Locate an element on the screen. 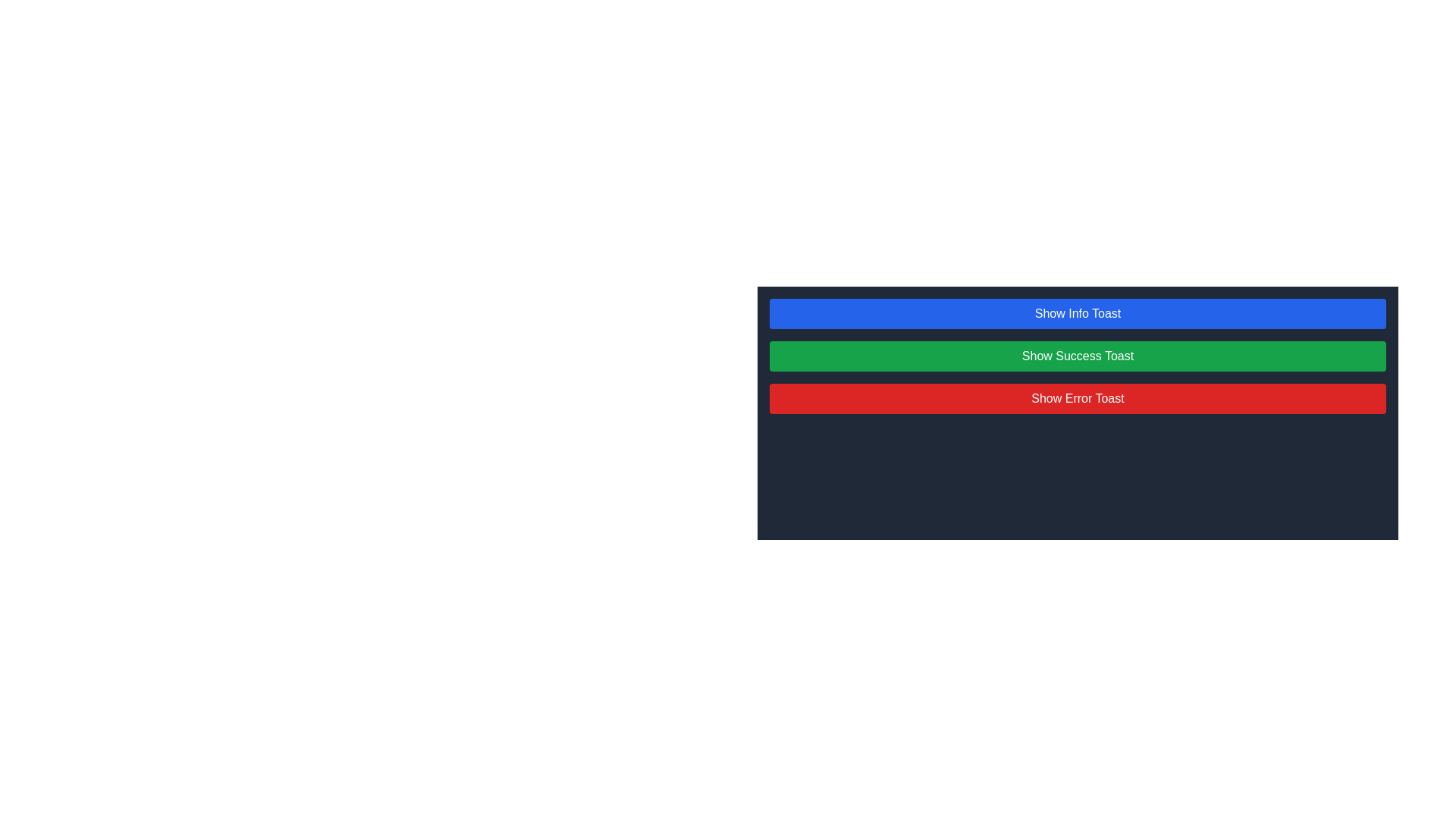 This screenshot has height=819, width=1456. the first button in the vertical stack, located at the top of its group within a dark gray panel is located at coordinates (1077, 312).